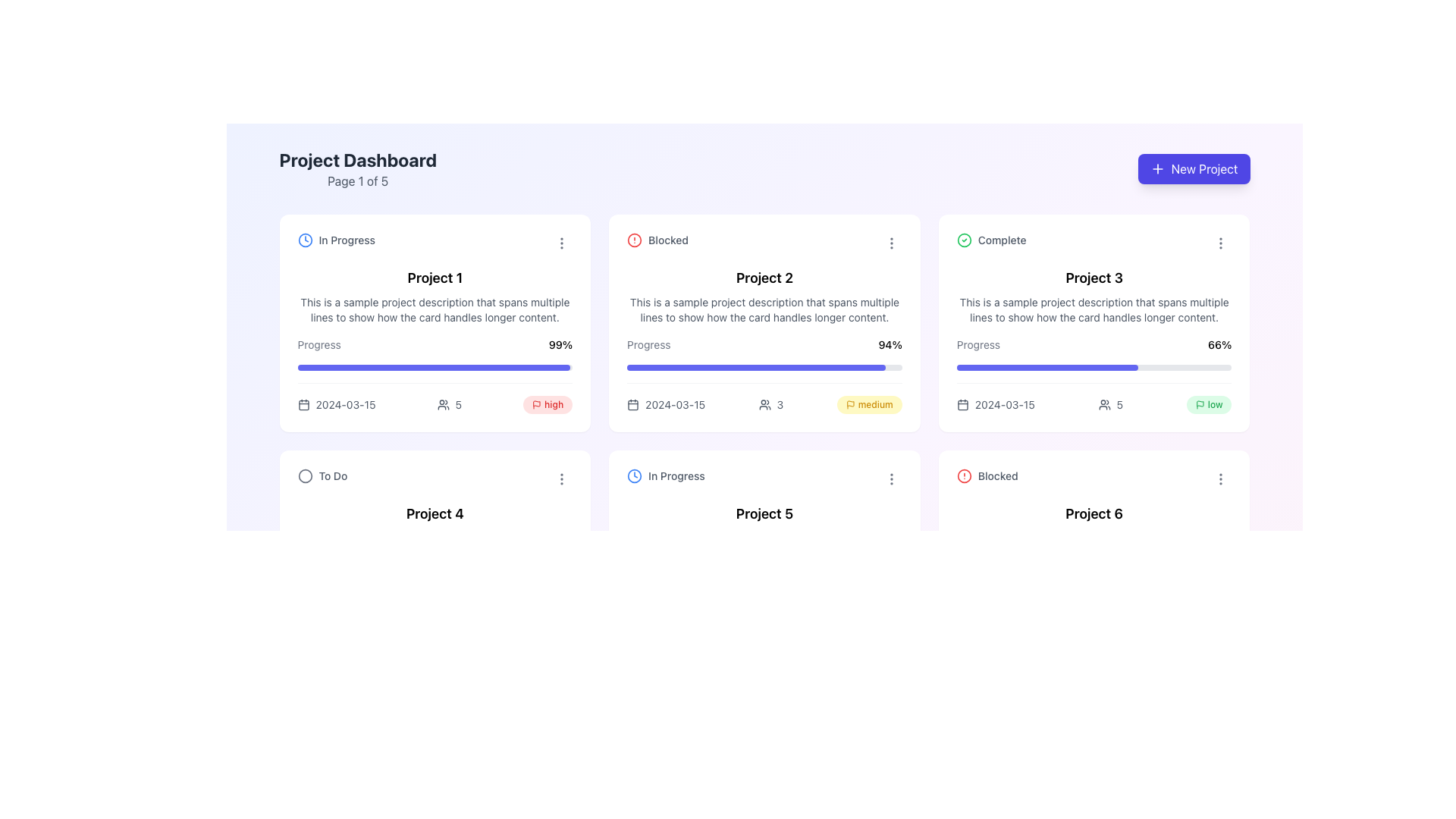  What do you see at coordinates (987, 475) in the screenshot?
I see `the status indicated by the 'Blocked' label with an exclamation mark icon, located in the top-left corner of the 'Project 6' card` at bounding box center [987, 475].